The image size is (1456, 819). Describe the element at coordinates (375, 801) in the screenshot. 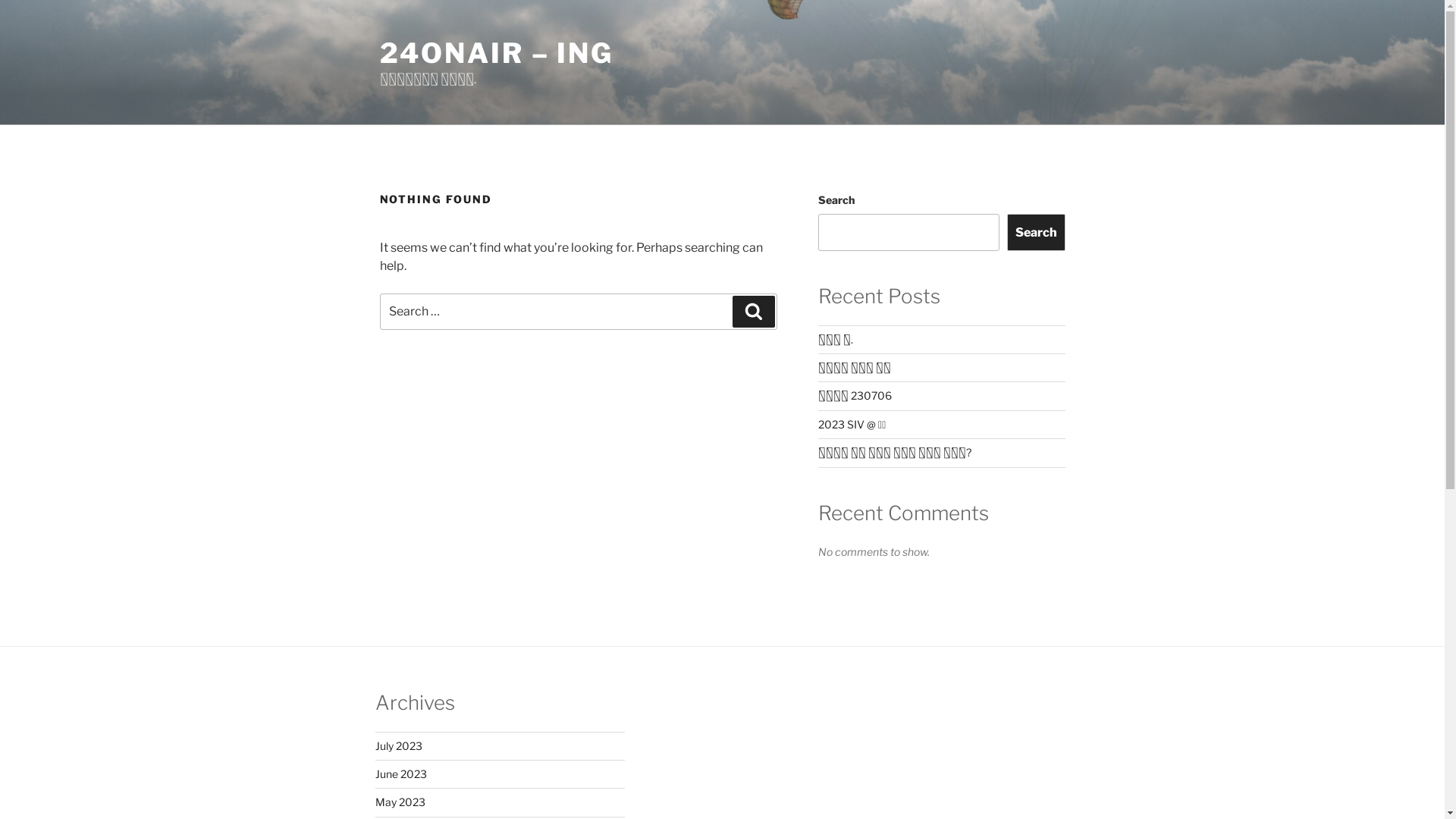

I see `'May 2023'` at that location.